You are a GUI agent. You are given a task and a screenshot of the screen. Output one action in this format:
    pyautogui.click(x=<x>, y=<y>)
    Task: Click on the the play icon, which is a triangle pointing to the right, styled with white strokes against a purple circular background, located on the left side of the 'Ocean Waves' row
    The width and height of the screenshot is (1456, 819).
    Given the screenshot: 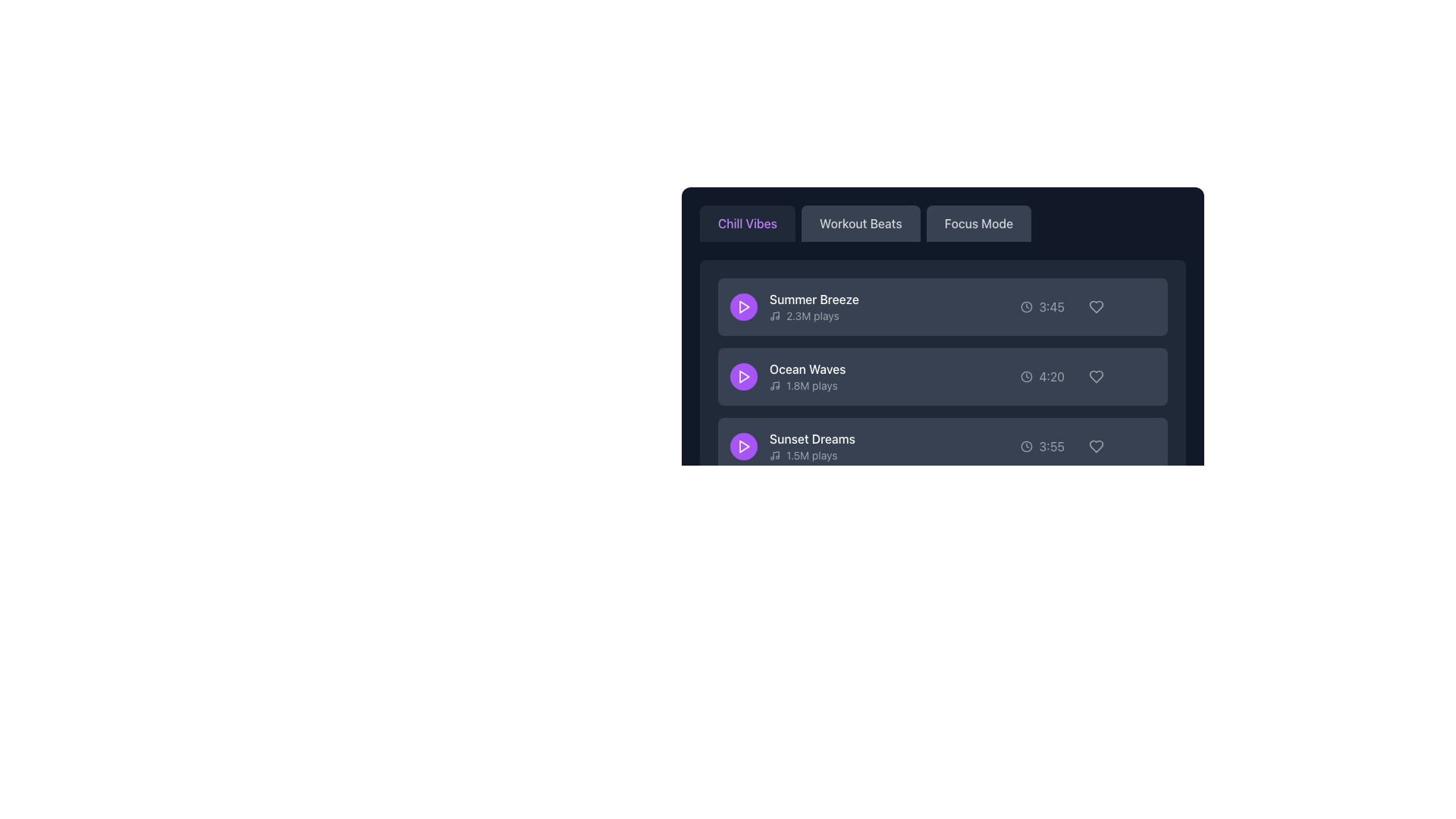 What is the action you would take?
    pyautogui.click(x=743, y=376)
    